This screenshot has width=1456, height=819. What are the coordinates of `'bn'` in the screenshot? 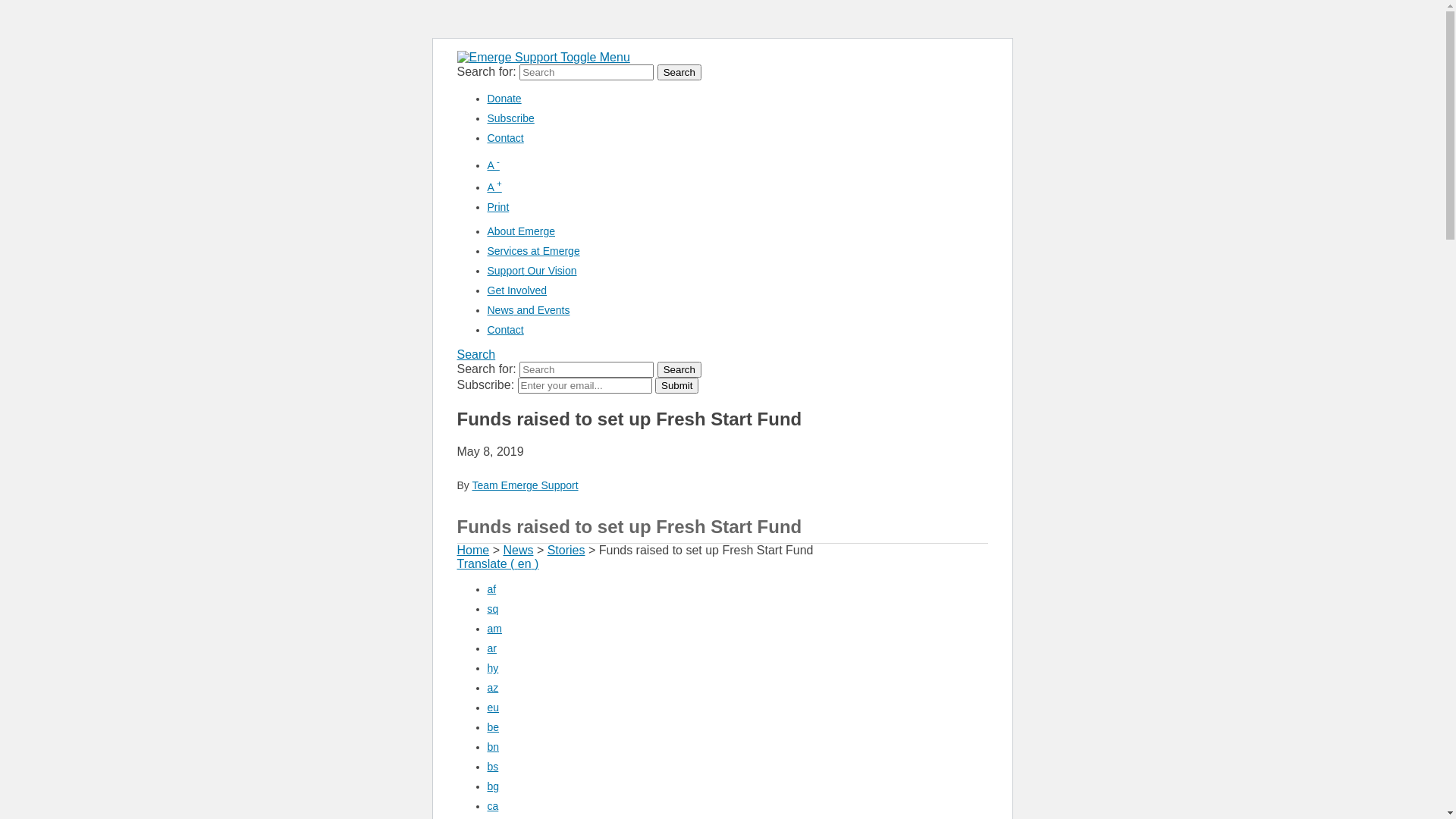 It's located at (492, 745).